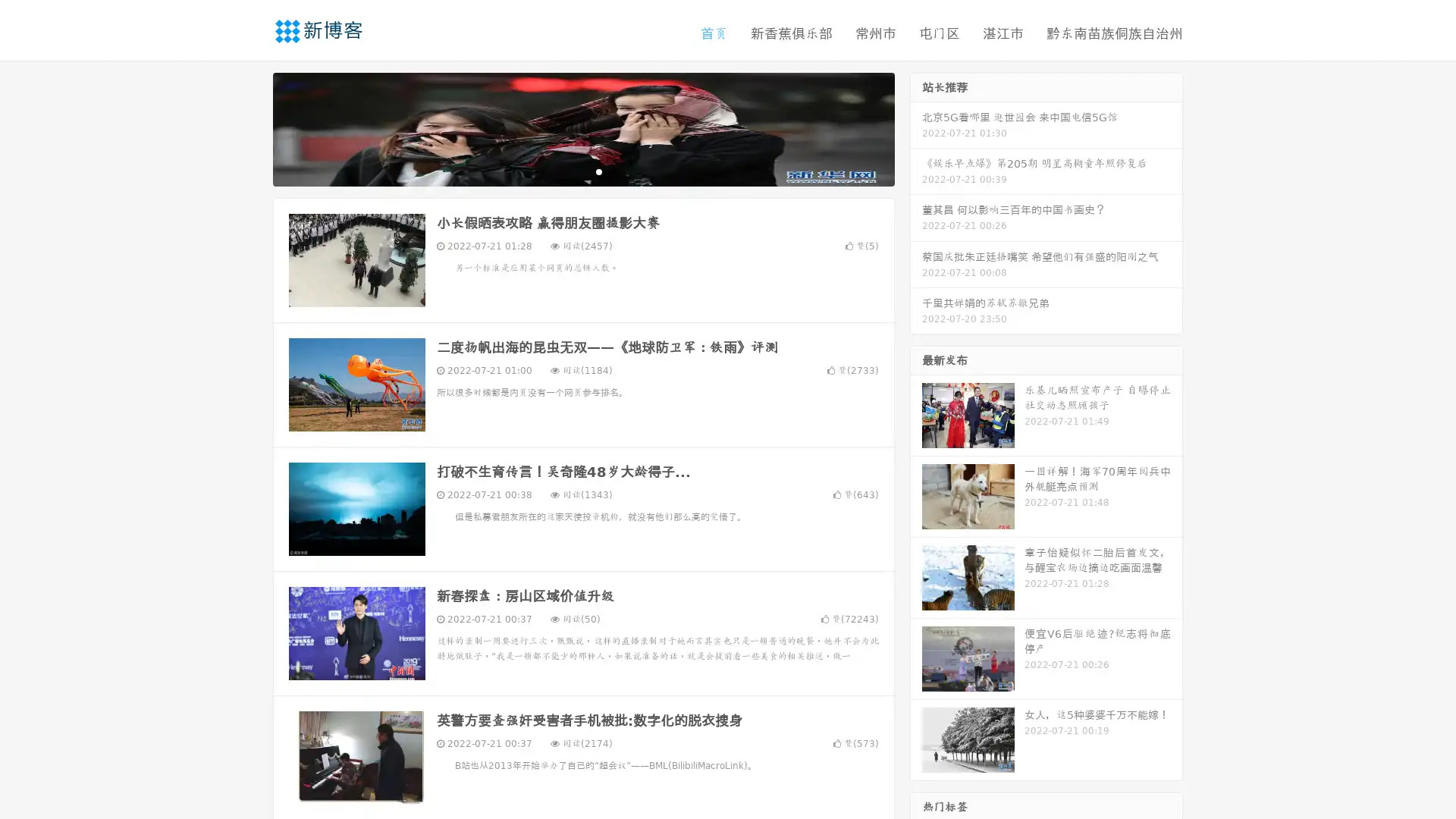 The width and height of the screenshot is (1456, 819). Describe the element at coordinates (916, 127) in the screenshot. I see `Next slide` at that location.